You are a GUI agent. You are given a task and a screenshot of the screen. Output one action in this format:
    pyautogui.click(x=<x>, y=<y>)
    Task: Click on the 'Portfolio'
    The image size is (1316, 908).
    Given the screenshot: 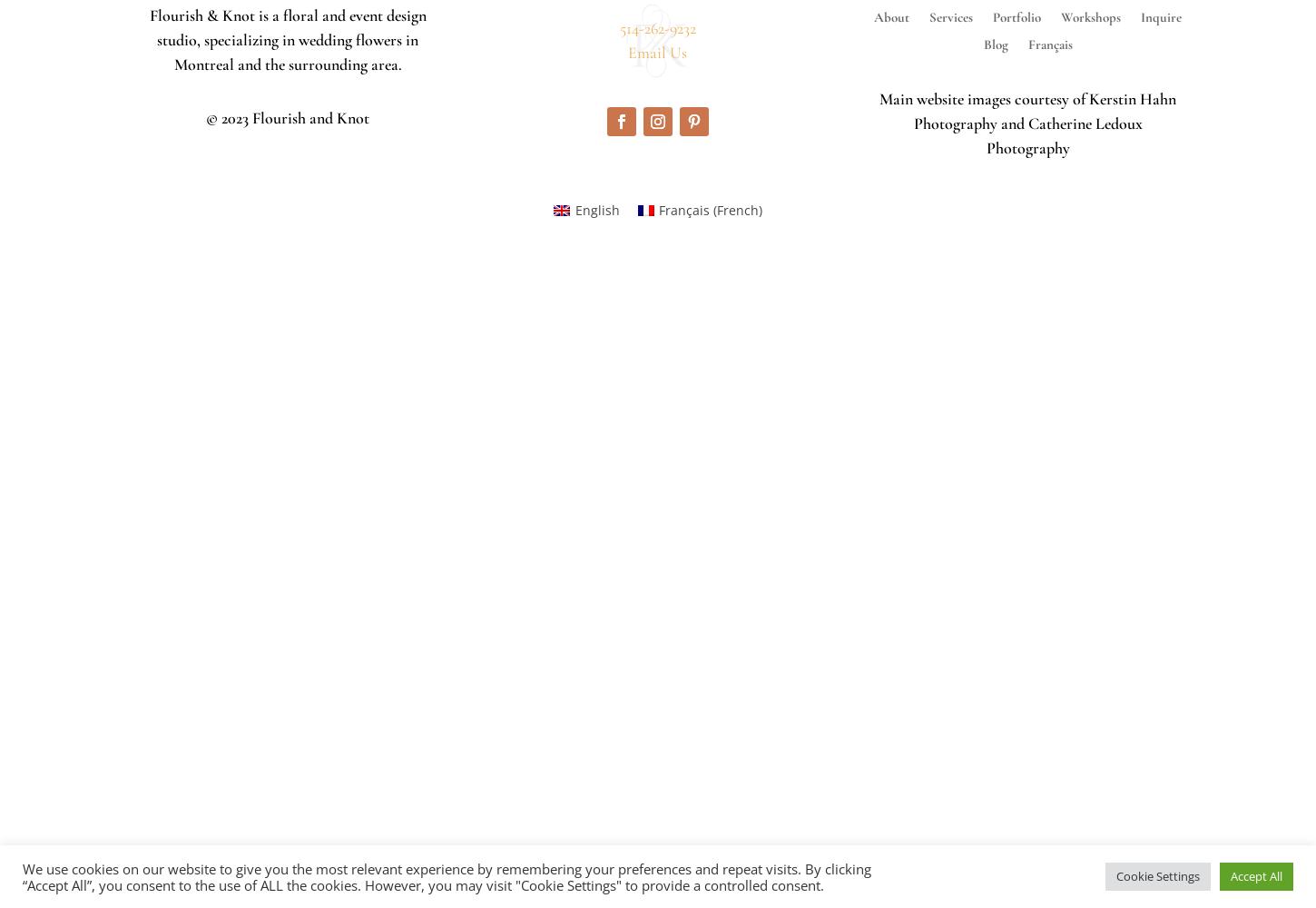 What is the action you would take?
    pyautogui.click(x=1016, y=17)
    